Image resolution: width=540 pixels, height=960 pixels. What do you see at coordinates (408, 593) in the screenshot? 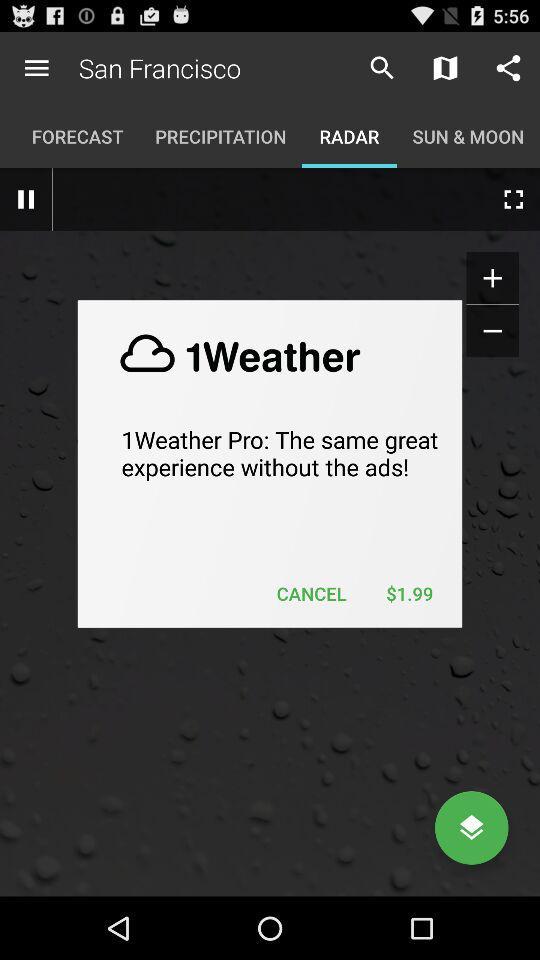
I see `$1.99` at bounding box center [408, 593].